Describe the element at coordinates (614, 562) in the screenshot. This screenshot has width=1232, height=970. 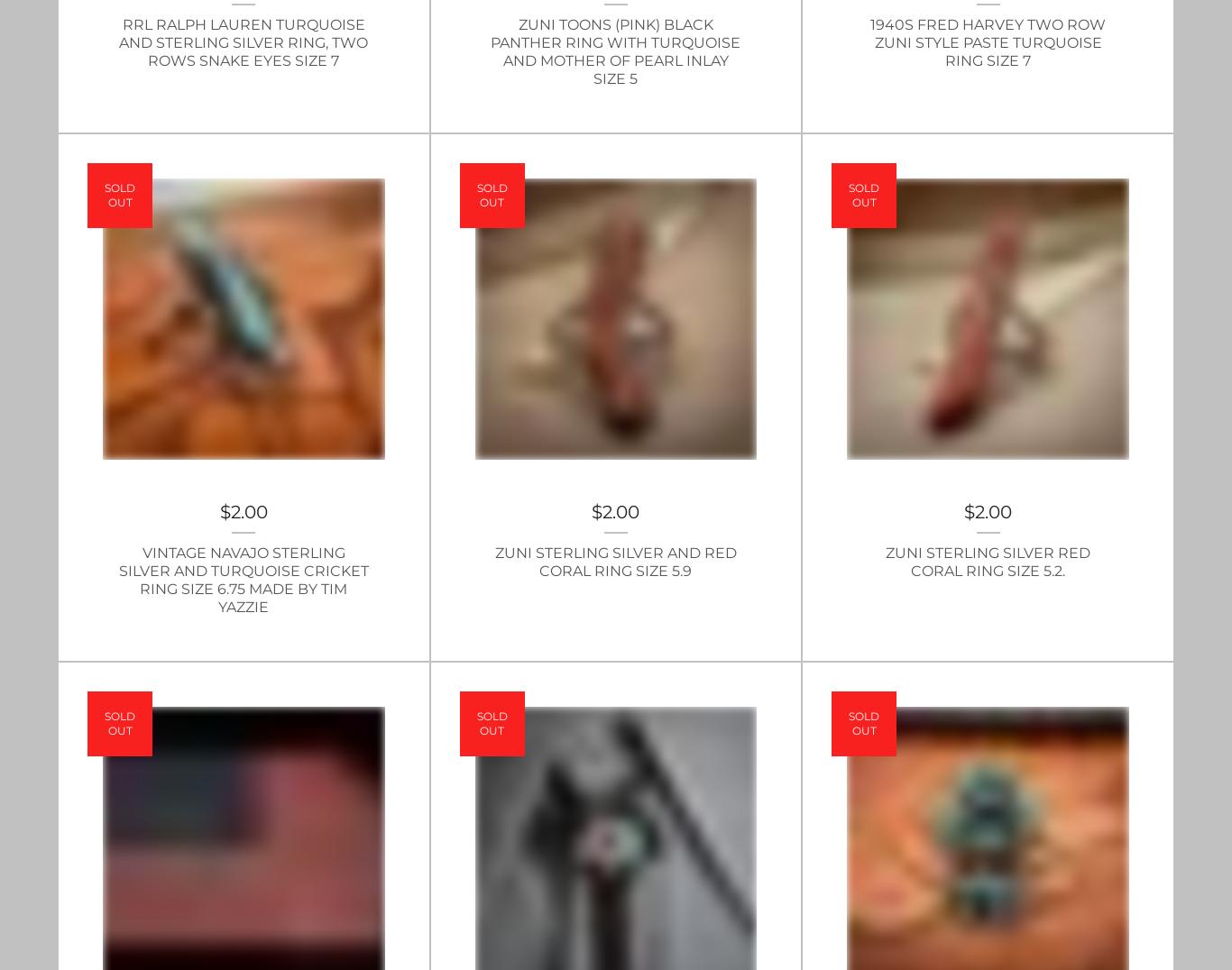
I see `'Zuni Sterling Silver and Red Coral Ring  Size 5.9'` at that location.